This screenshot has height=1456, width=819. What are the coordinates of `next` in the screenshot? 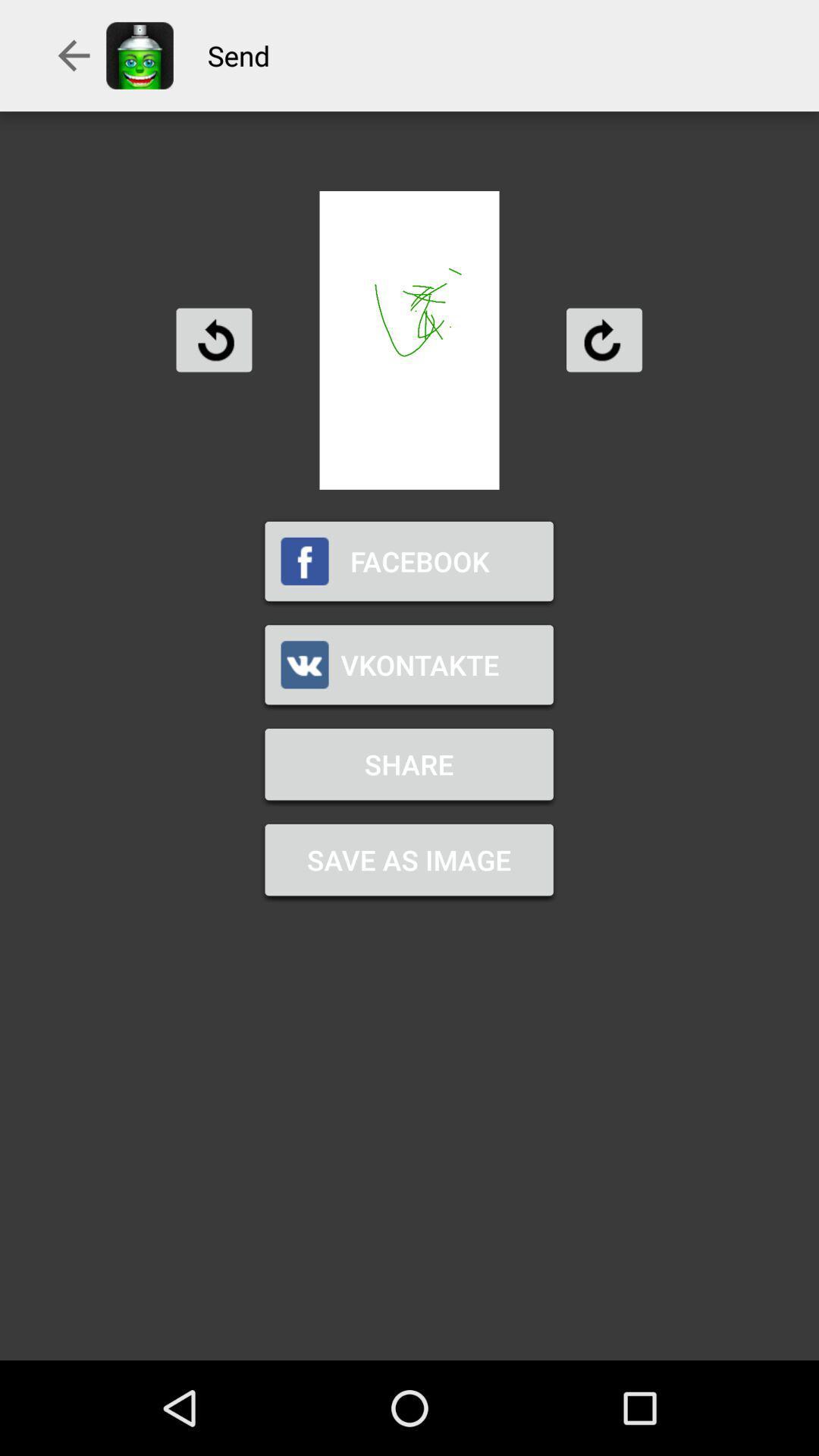 It's located at (603, 339).